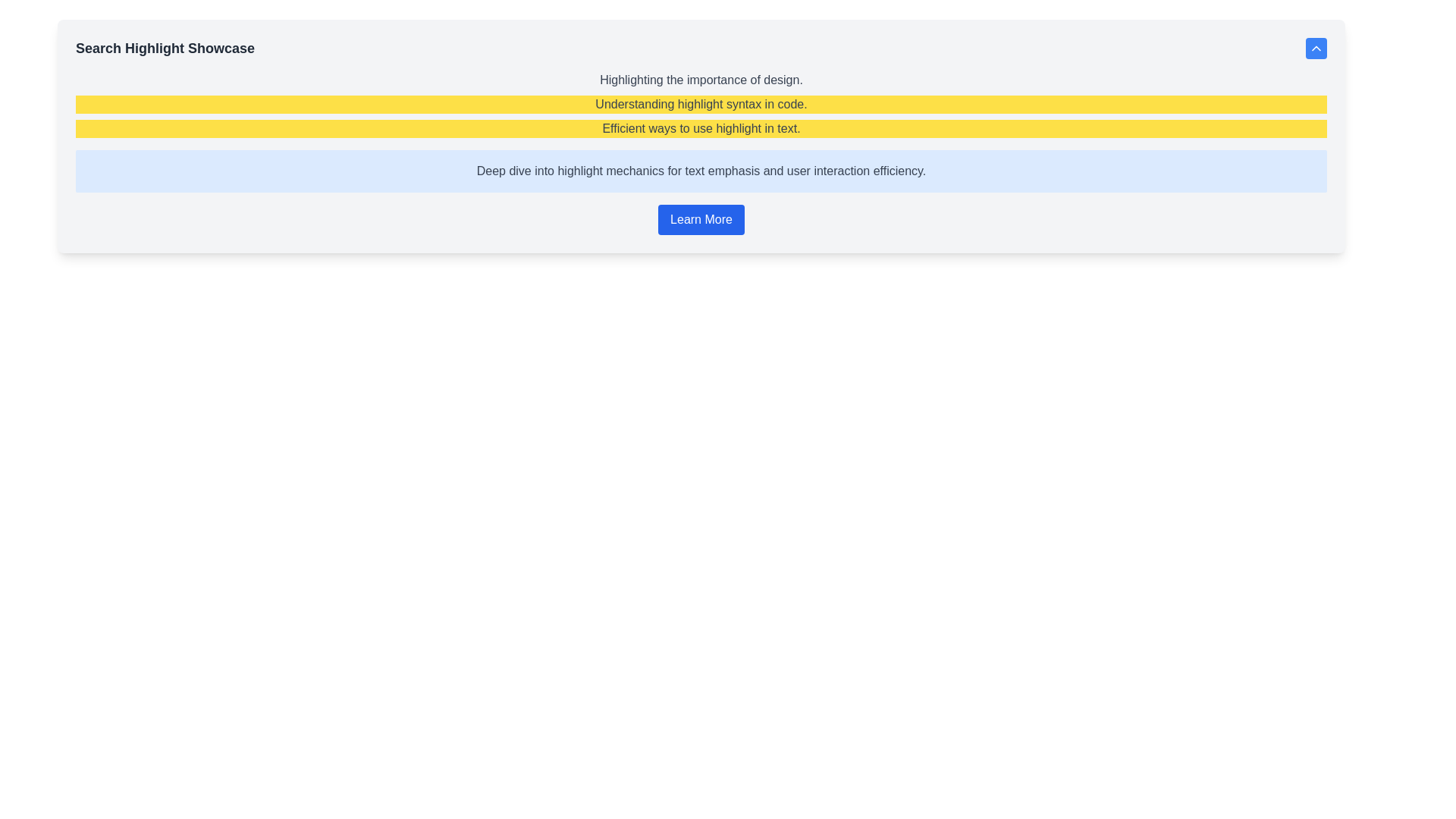  I want to click on the text label that reads 'Understanding highlight syntax in code.' which has a yellow background and gray text, positioned between 'Highlighting the importance of design.' and 'Efficient ways to use highlight in text.', so click(701, 104).